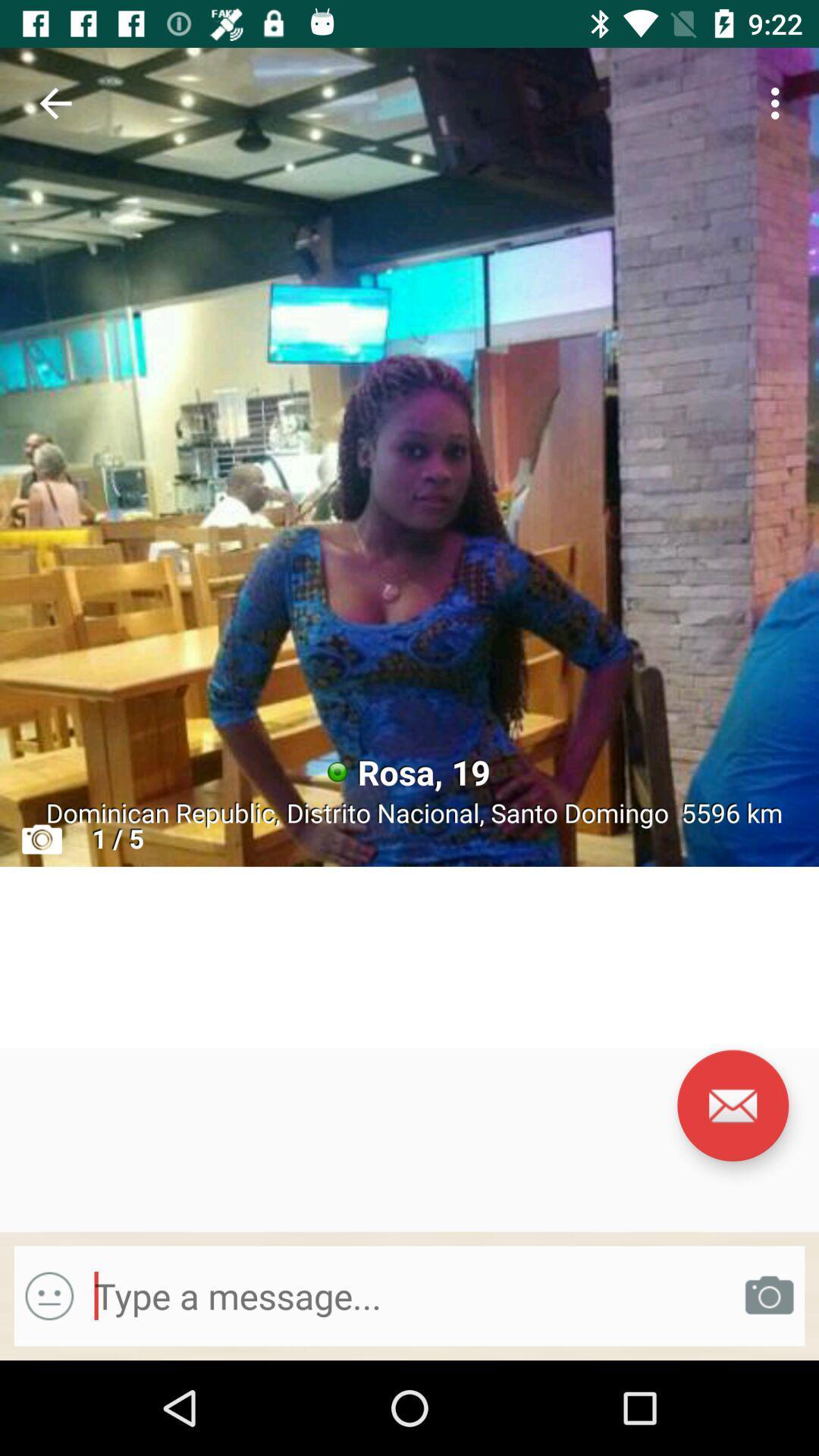 This screenshot has height=1456, width=819. Describe the element at coordinates (49, 1295) in the screenshot. I see `the emoji icon` at that location.